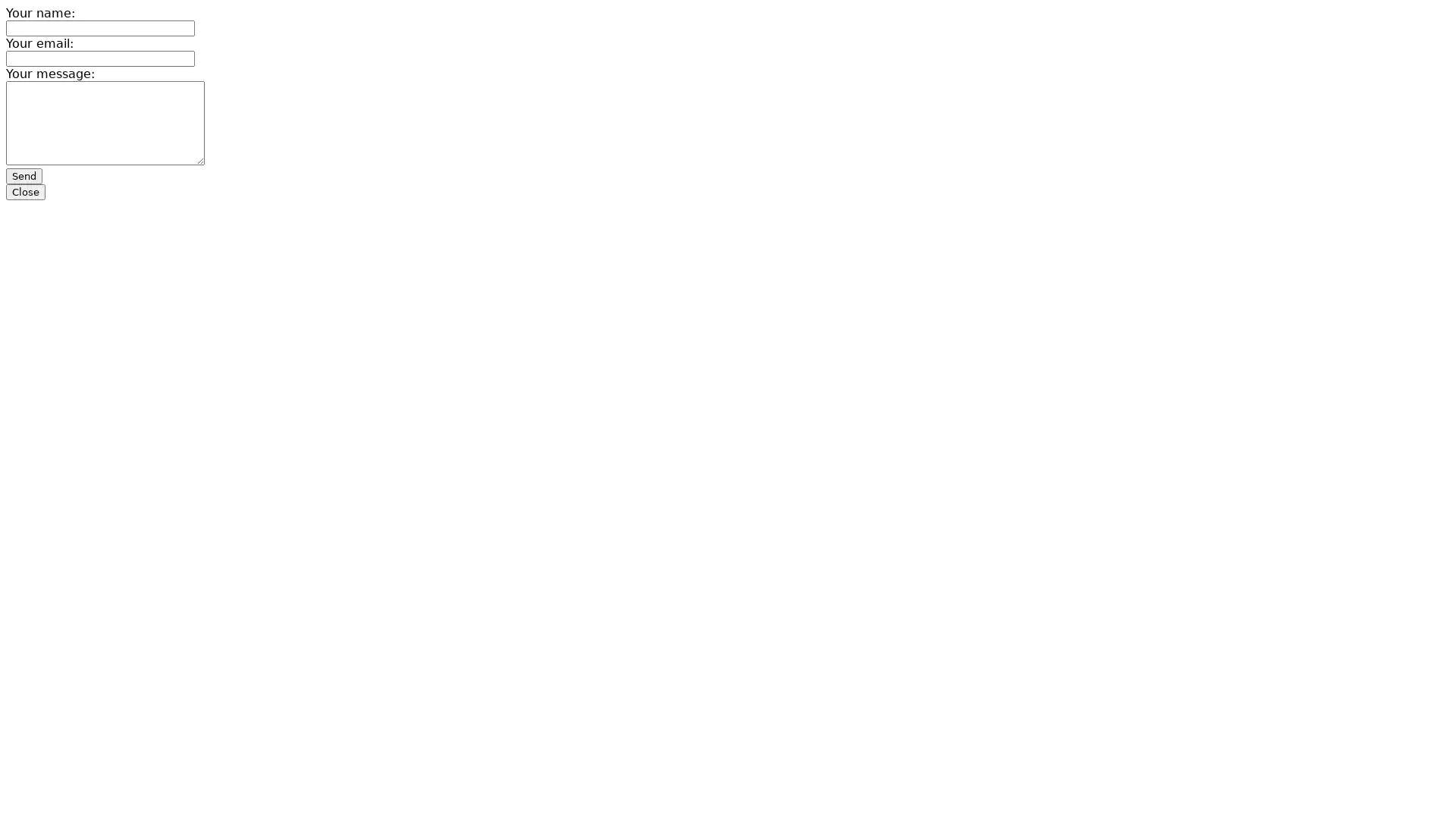 Image resolution: width=1456 pixels, height=819 pixels. Describe the element at coordinates (25, 191) in the screenshot. I see `Close` at that location.